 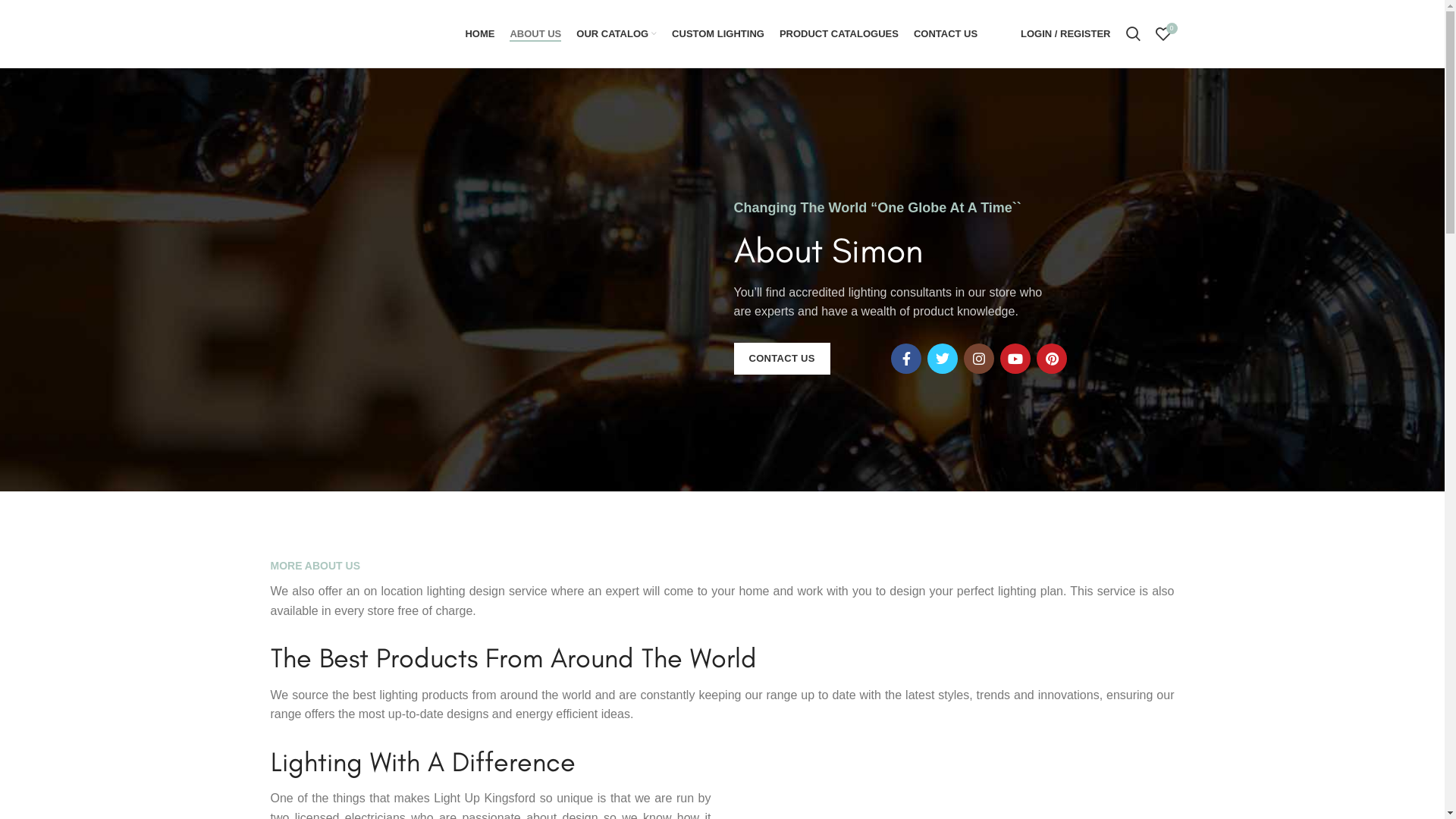 What do you see at coordinates (567, 33) in the screenshot?
I see `'OUR CATALOG'` at bounding box center [567, 33].